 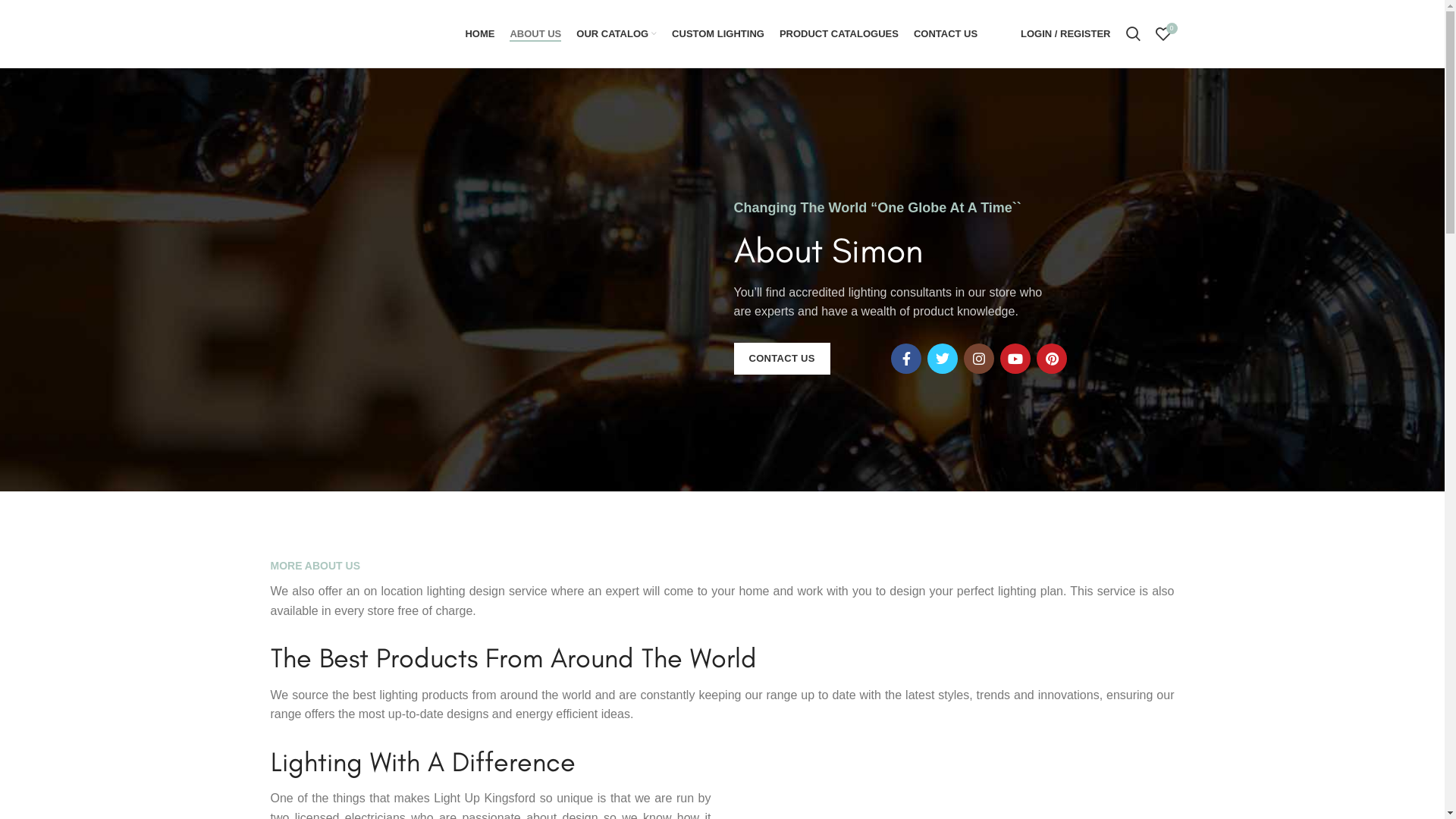 What do you see at coordinates (567, 33) in the screenshot?
I see `'OUR CATALOG'` at bounding box center [567, 33].